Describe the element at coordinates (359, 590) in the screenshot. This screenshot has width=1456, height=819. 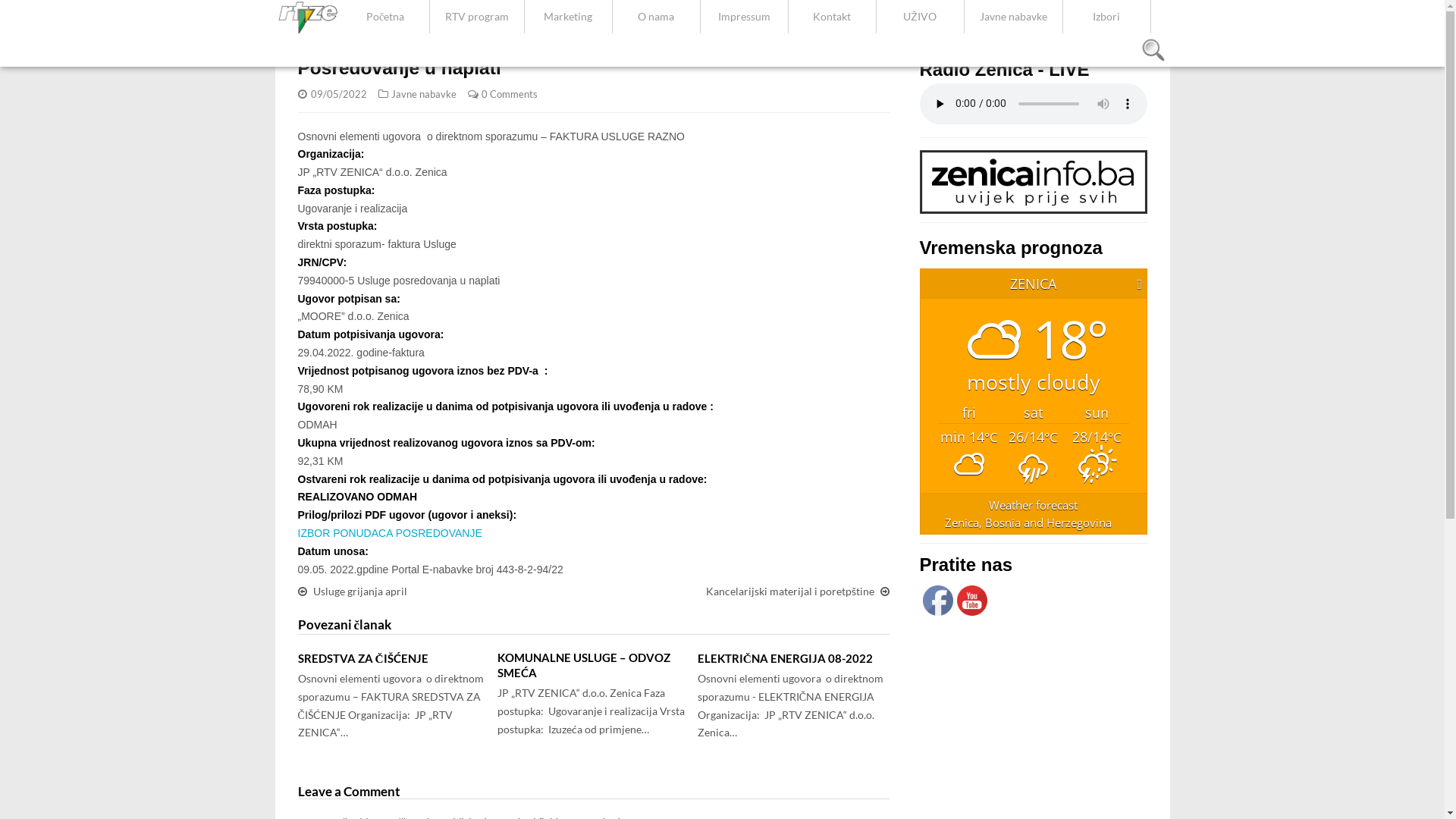
I see `'Usluge grijanja april'` at that location.